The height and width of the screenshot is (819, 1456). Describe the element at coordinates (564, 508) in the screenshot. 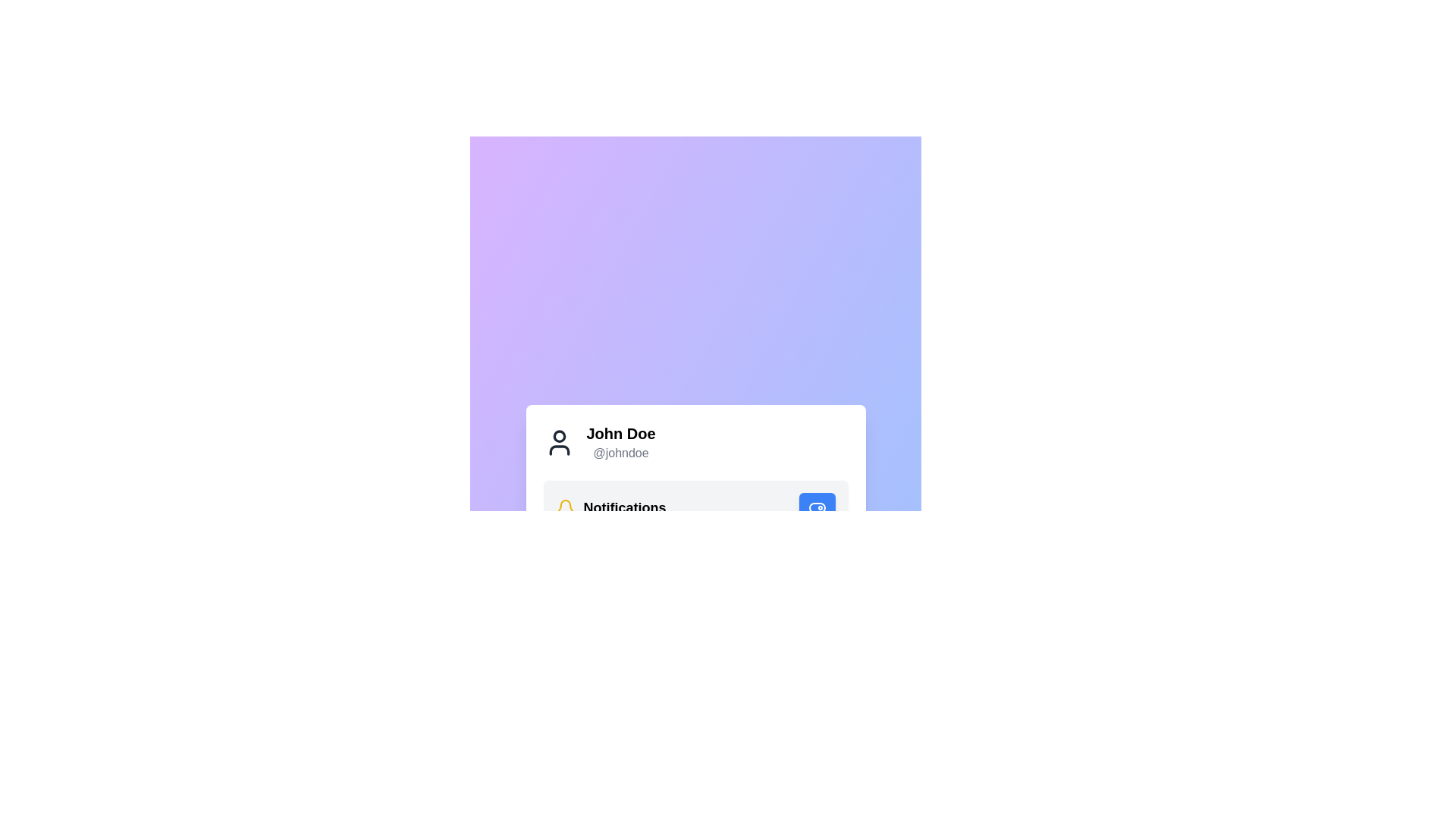

I see `the appearance of the vivid yellow bell-shaped icon for notifications, located to the left of the 'Notifications' text label` at that location.